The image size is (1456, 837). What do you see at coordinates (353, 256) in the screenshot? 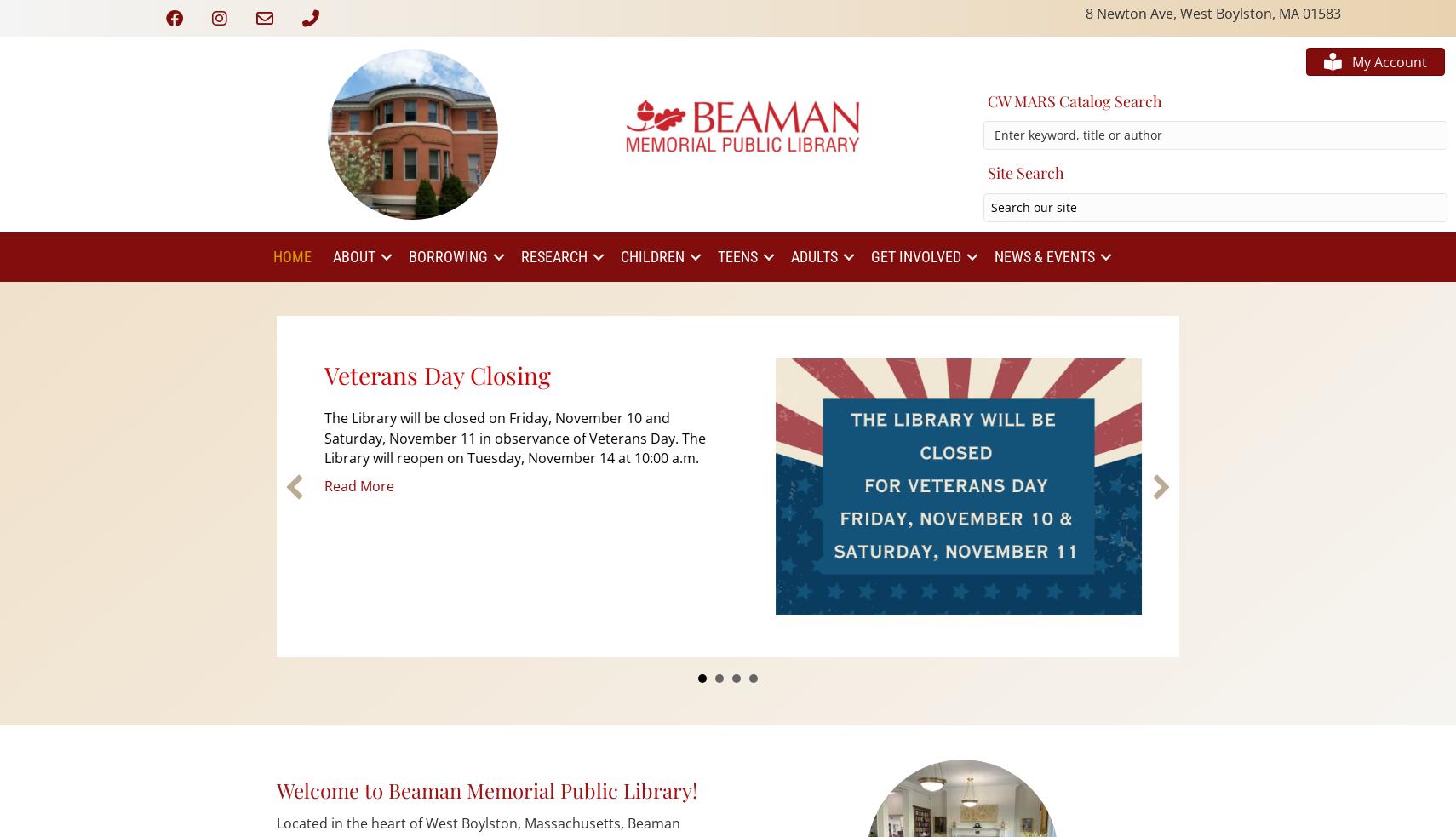
I see `'About'` at bounding box center [353, 256].